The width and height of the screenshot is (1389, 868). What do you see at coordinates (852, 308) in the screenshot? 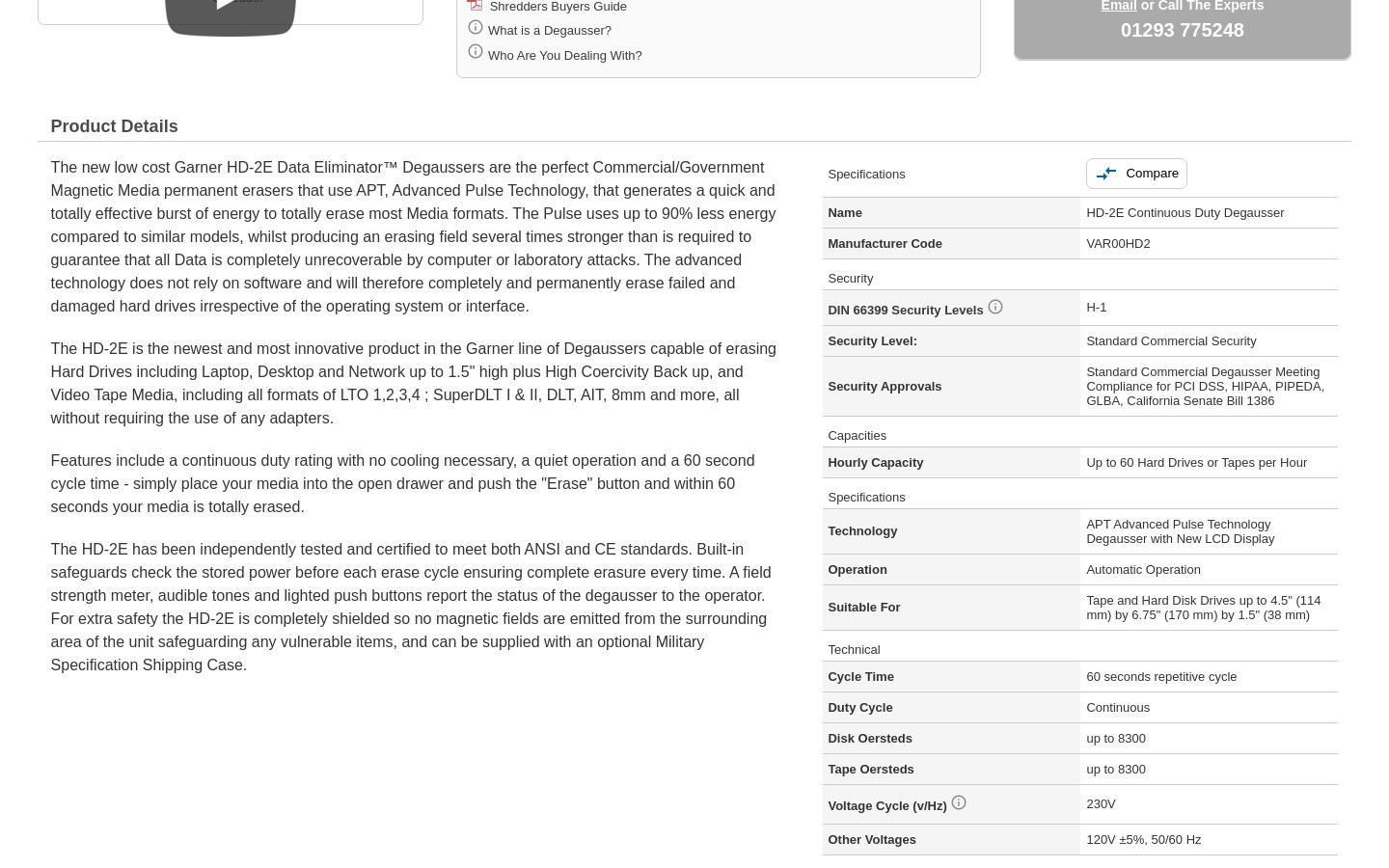
I see `'66399'` at bounding box center [852, 308].